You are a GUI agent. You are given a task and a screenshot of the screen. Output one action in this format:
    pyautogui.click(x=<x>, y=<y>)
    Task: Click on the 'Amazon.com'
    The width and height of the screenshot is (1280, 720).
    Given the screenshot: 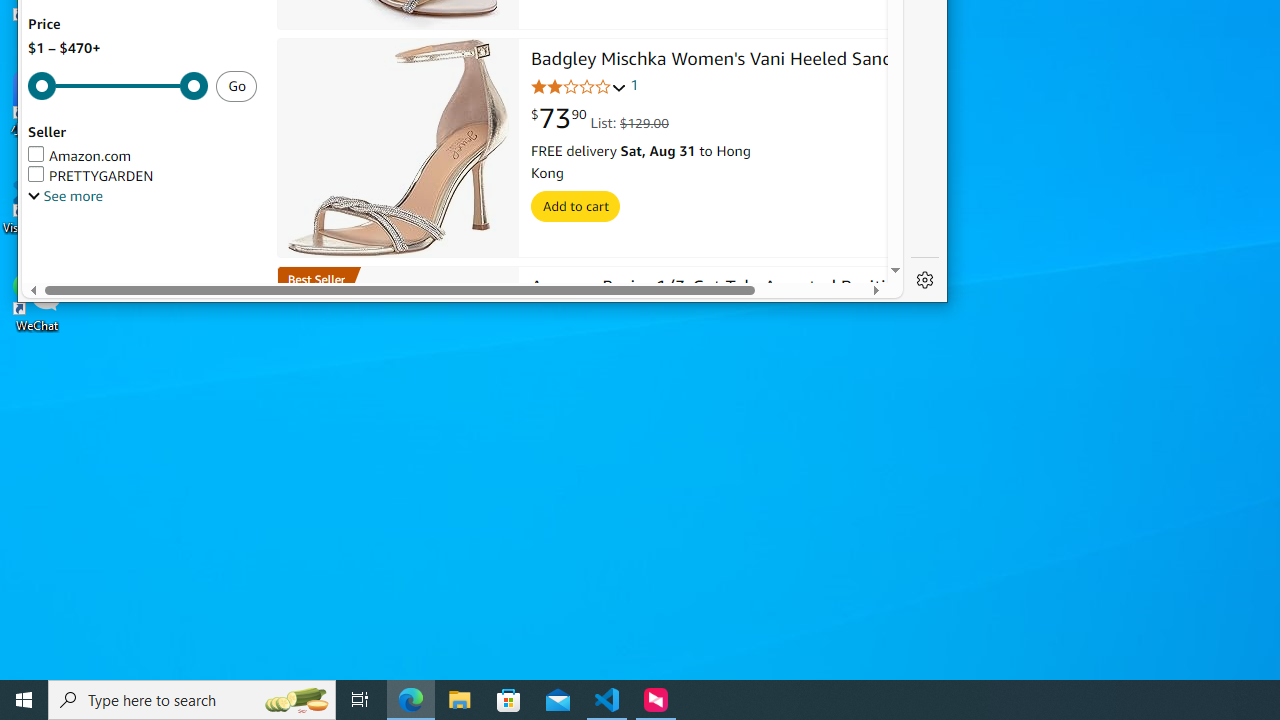 What is the action you would take?
    pyautogui.click(x=80, y=155)
    